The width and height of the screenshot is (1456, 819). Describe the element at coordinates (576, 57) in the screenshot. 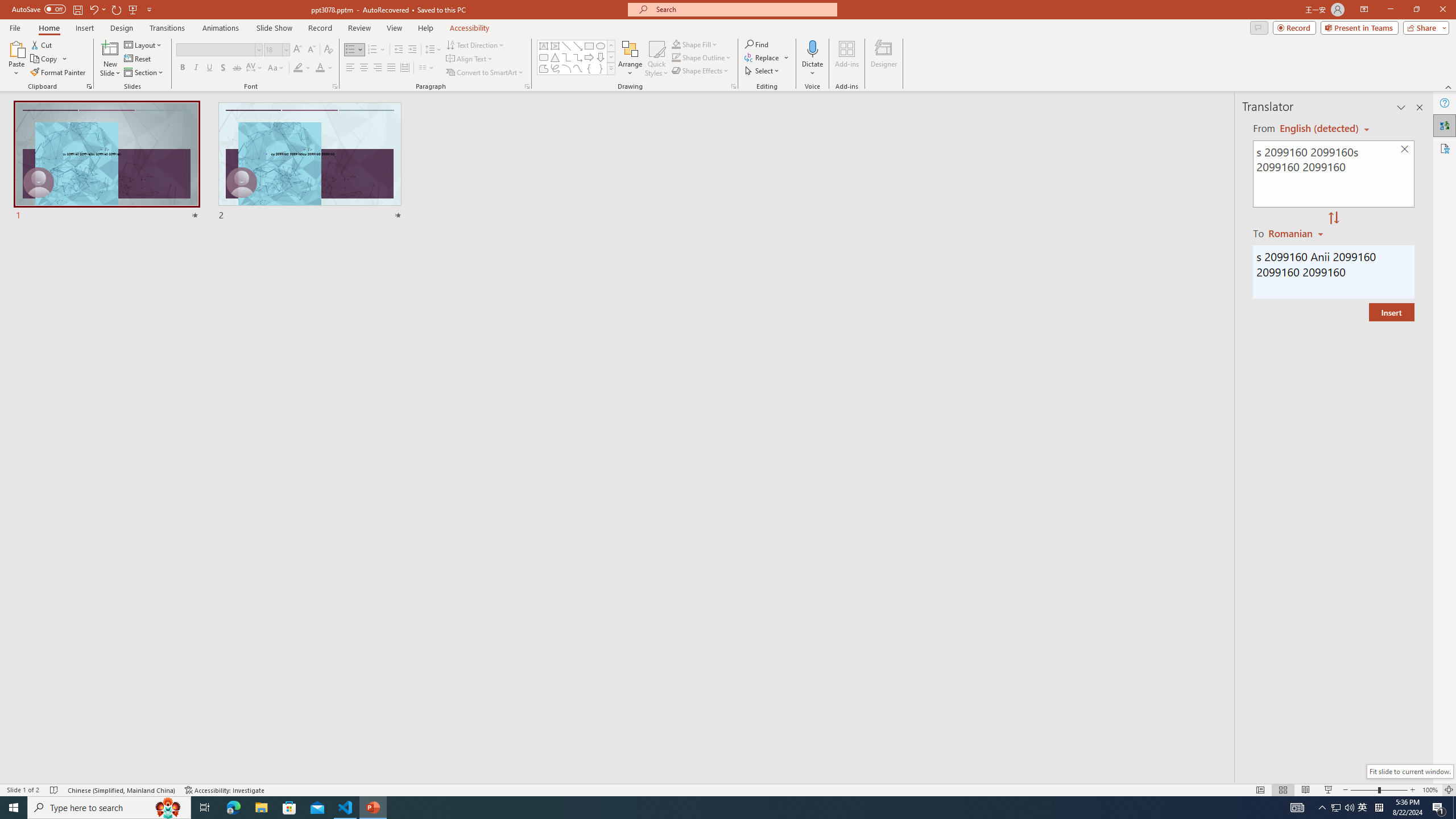

I see `'AutomationID: ShapesInsertGallery'` at that location.